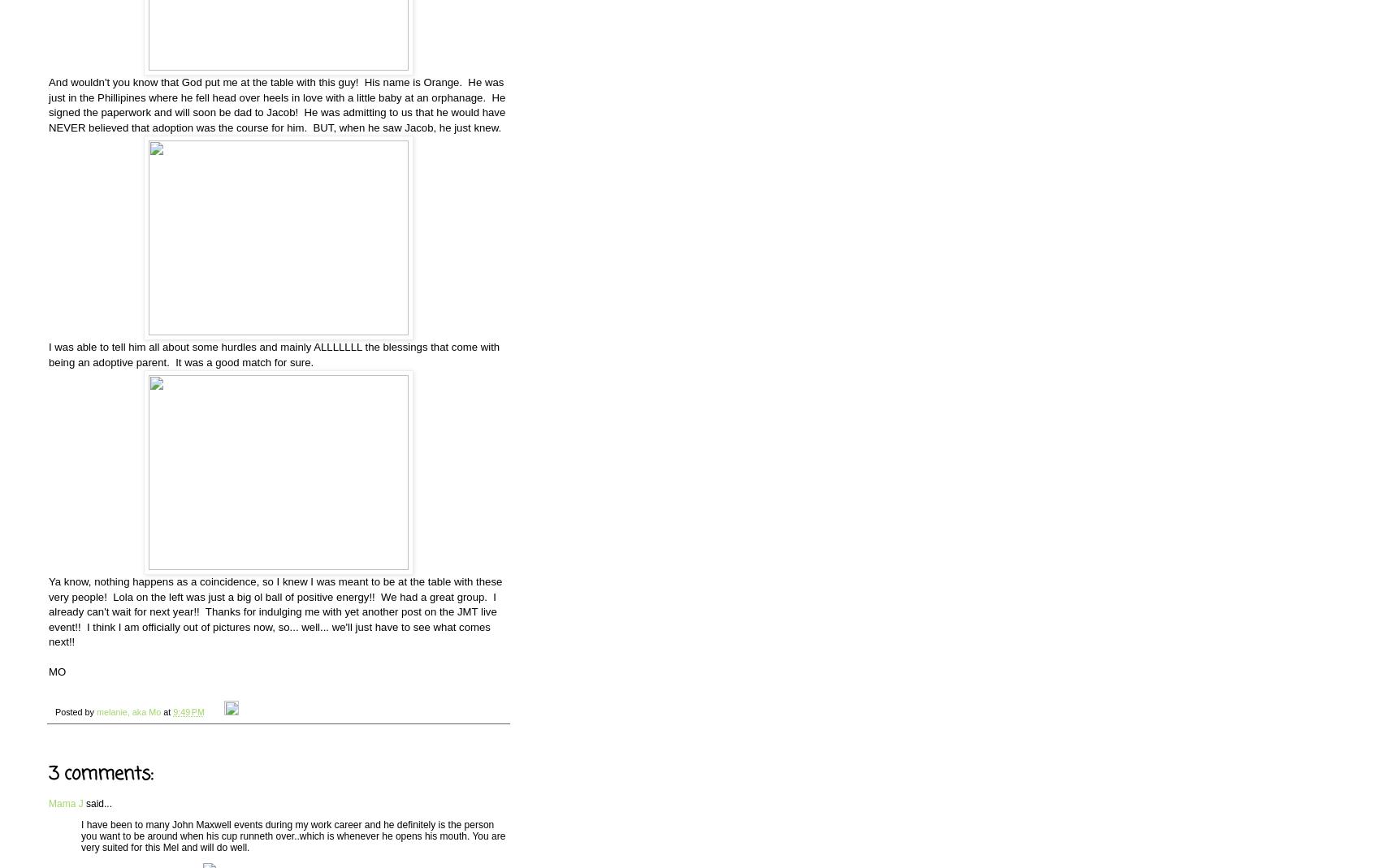 The height and width of the screenshot is (868, 1381). What do you see at coordinates (292, 836) in the screenshot?
I see `'I have been to many John Maxwell events during my work career and he definitely is the person you want to be around when his cup runneth over..which is whenever he opens his mouth. You are very suited for this Mel and will do well.'` at bounding box center [292, 836].